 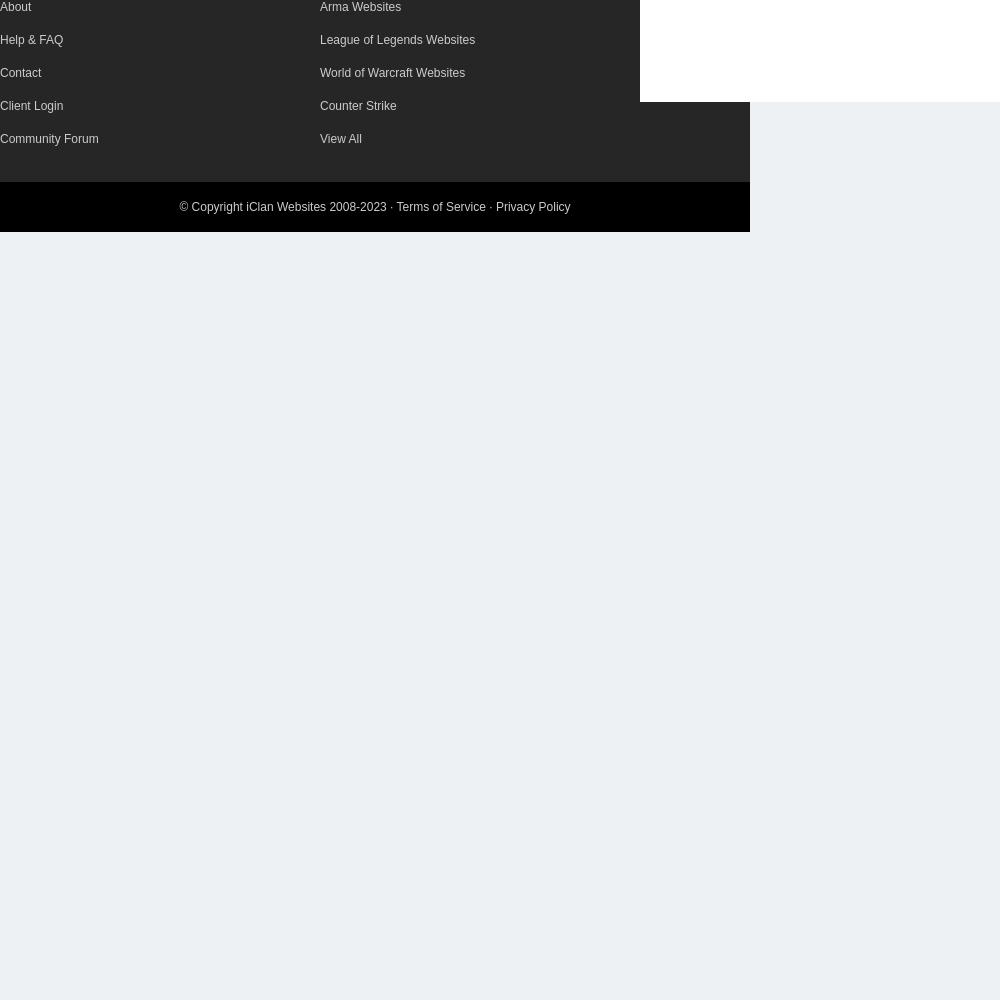 I want to click on 'Terms of Service', so click(x=439, y=206).